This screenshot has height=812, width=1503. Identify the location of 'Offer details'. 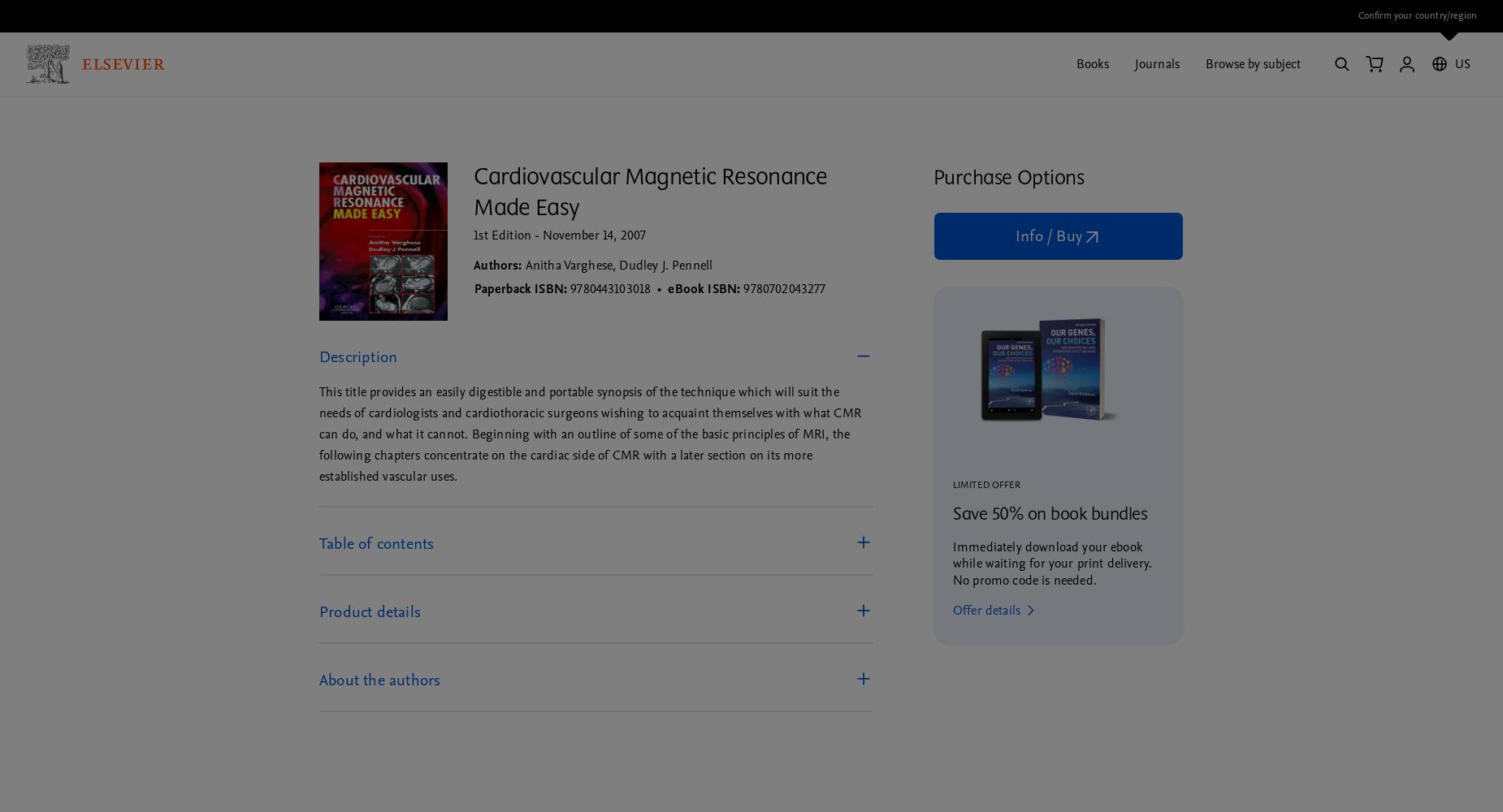
(985, 611).